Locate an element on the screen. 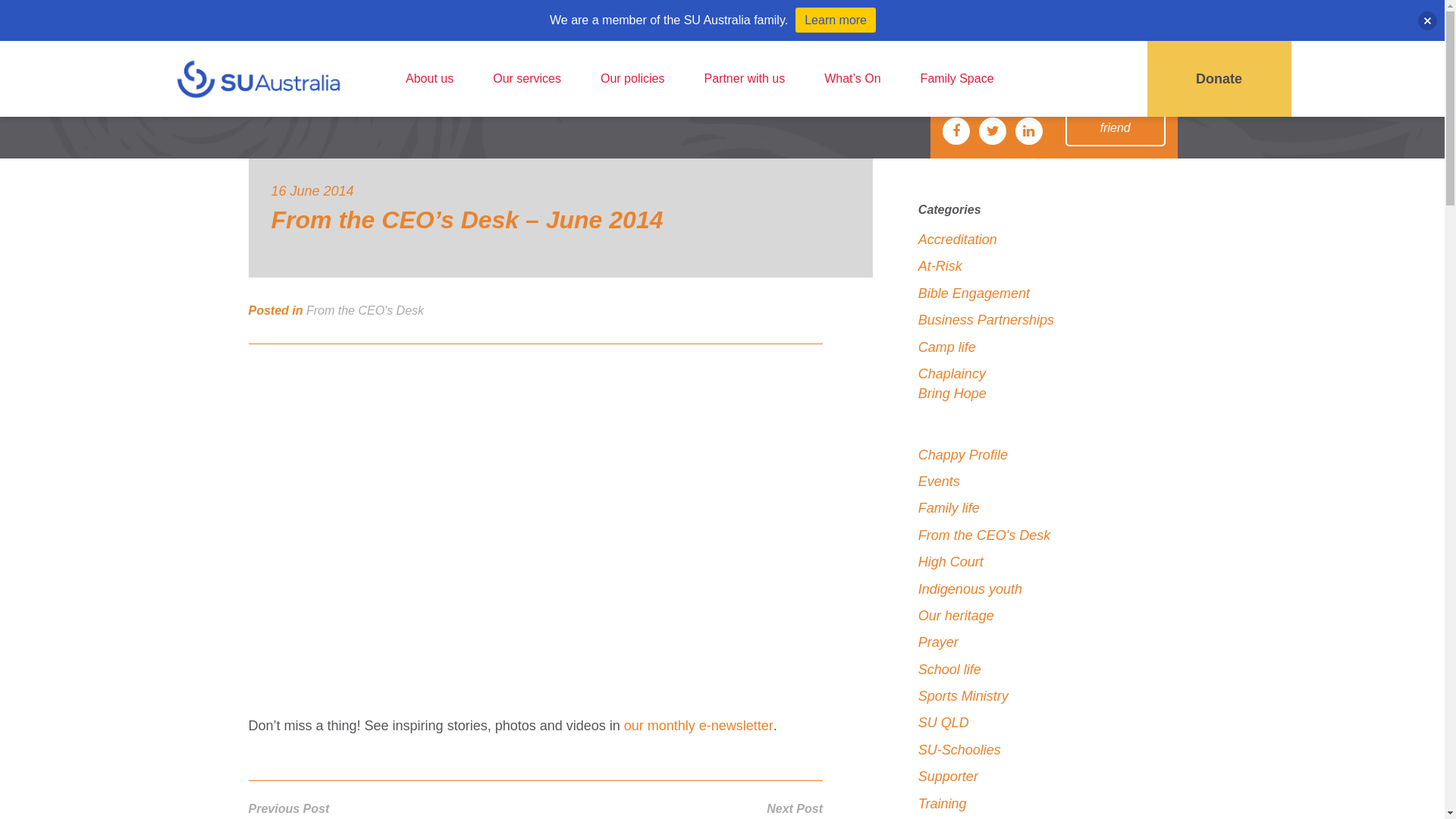  'Our heritage' is located at coordinates (955, 616).